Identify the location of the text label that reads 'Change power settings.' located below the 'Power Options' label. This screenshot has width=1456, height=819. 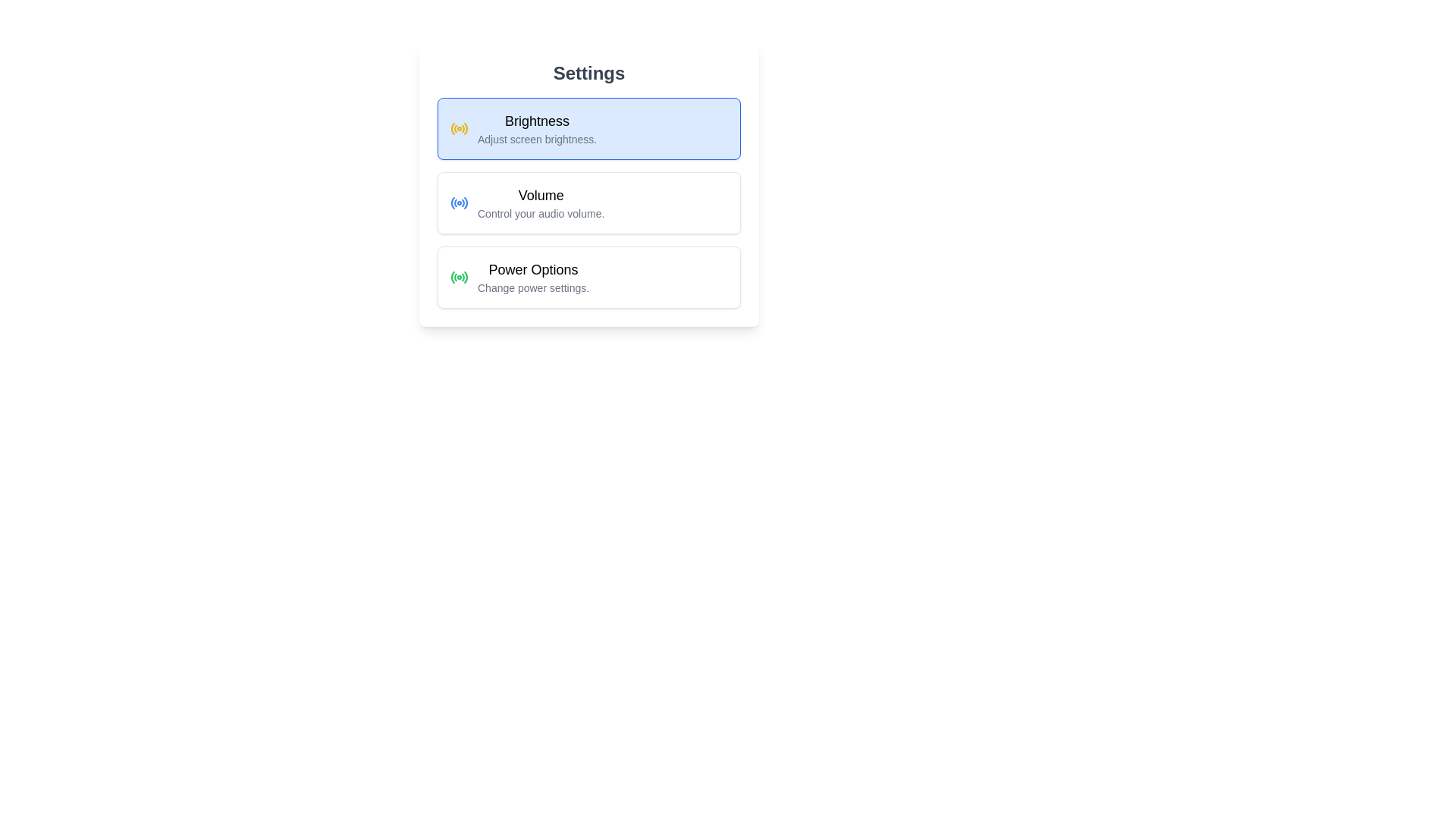
(533, 288).